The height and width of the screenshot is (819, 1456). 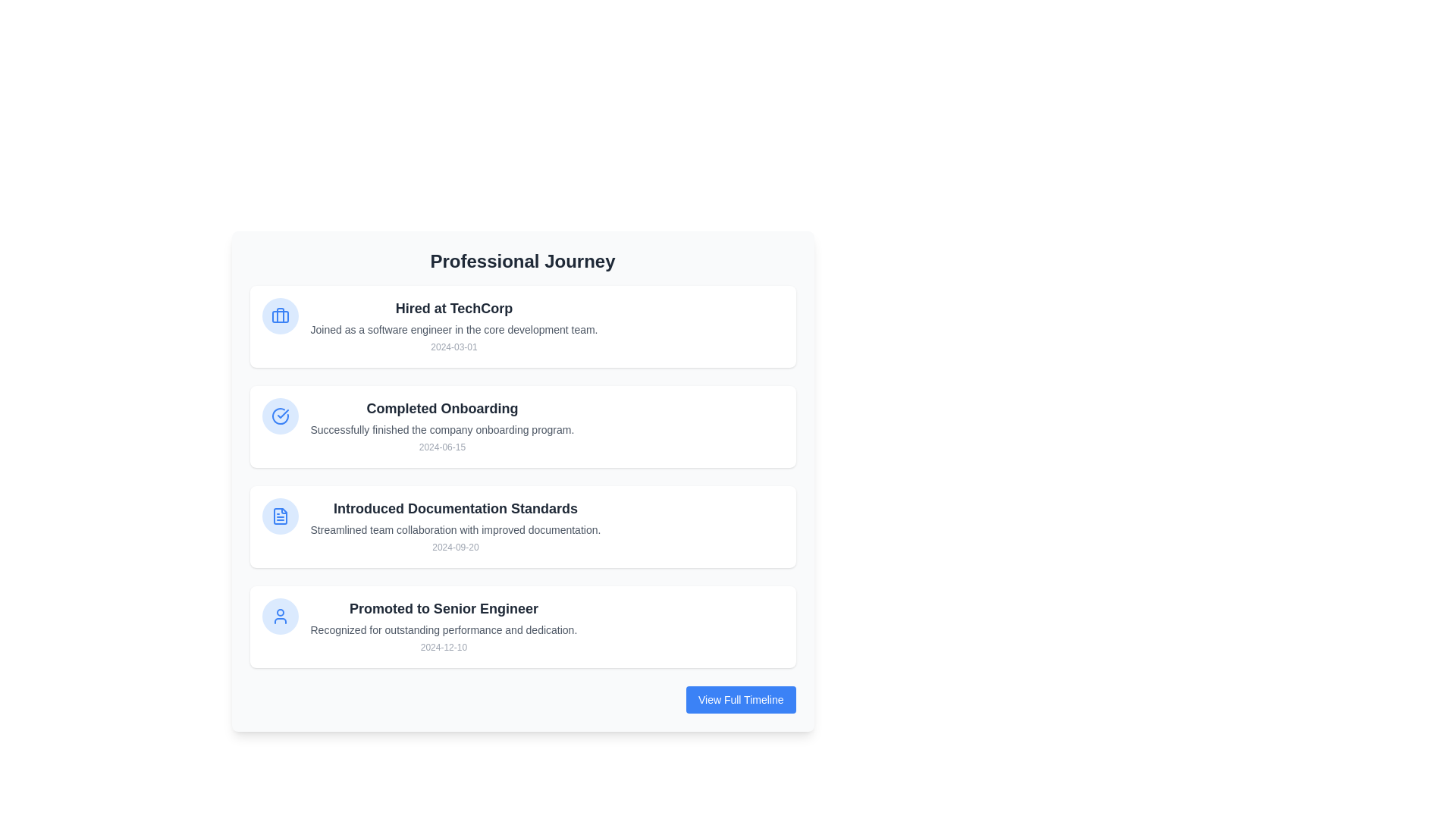 I want to click on the information card titled 'Promoted to Senior Engineer' located at the bottom of a stack of achievement cards, so click(x=443, y=626).